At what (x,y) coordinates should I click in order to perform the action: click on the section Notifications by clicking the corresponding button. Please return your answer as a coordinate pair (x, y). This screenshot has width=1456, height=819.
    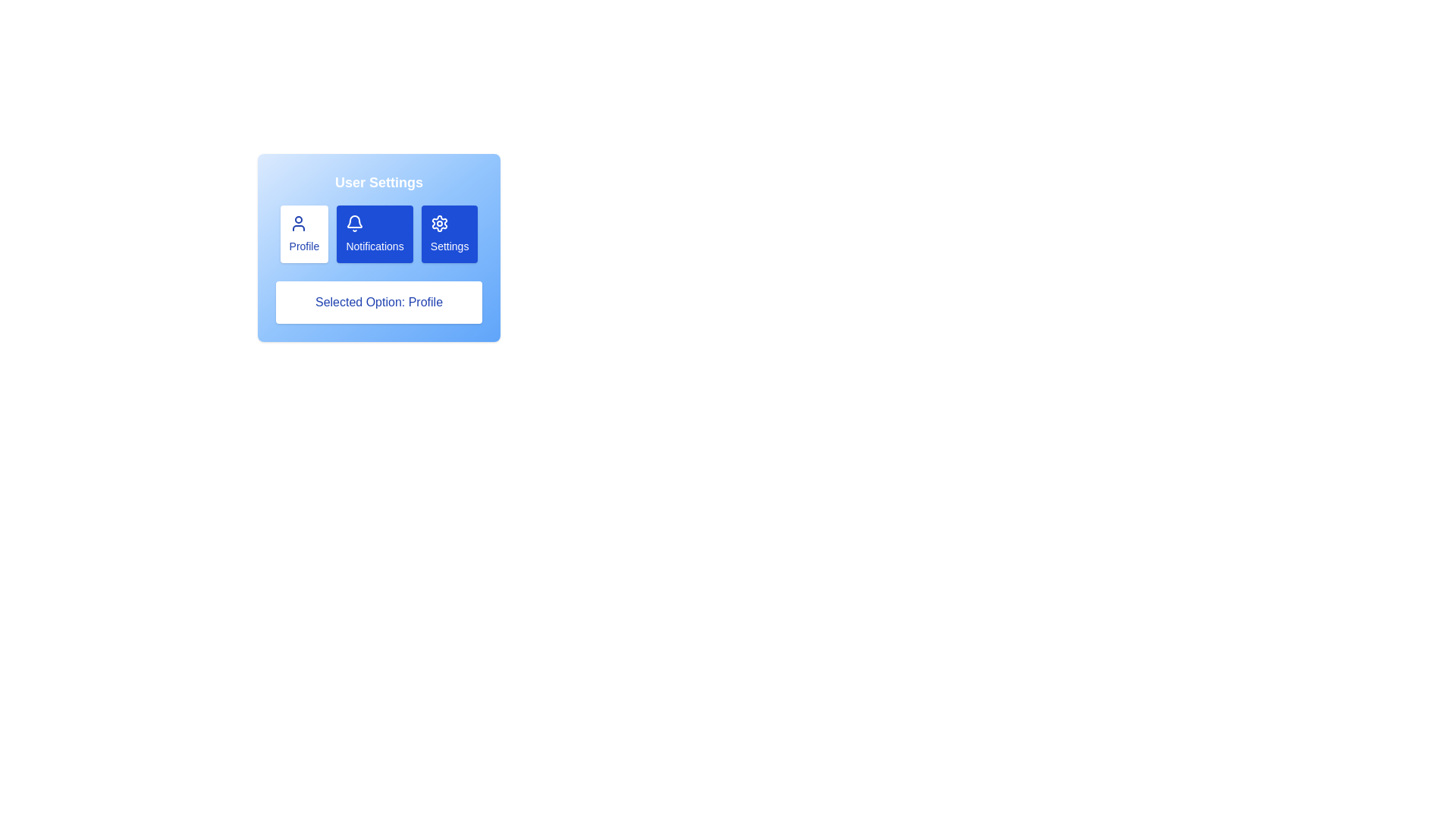
    Looking at the image, I should click on (375, 234).